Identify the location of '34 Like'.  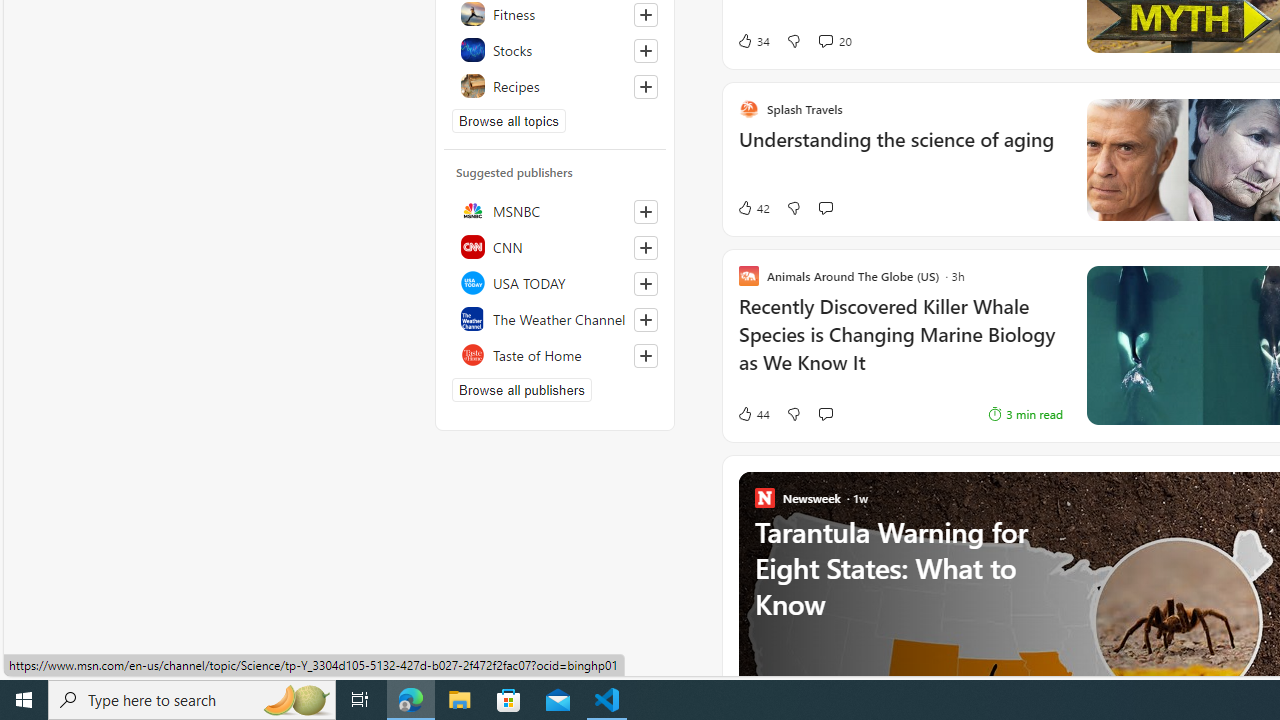
(752, 41).